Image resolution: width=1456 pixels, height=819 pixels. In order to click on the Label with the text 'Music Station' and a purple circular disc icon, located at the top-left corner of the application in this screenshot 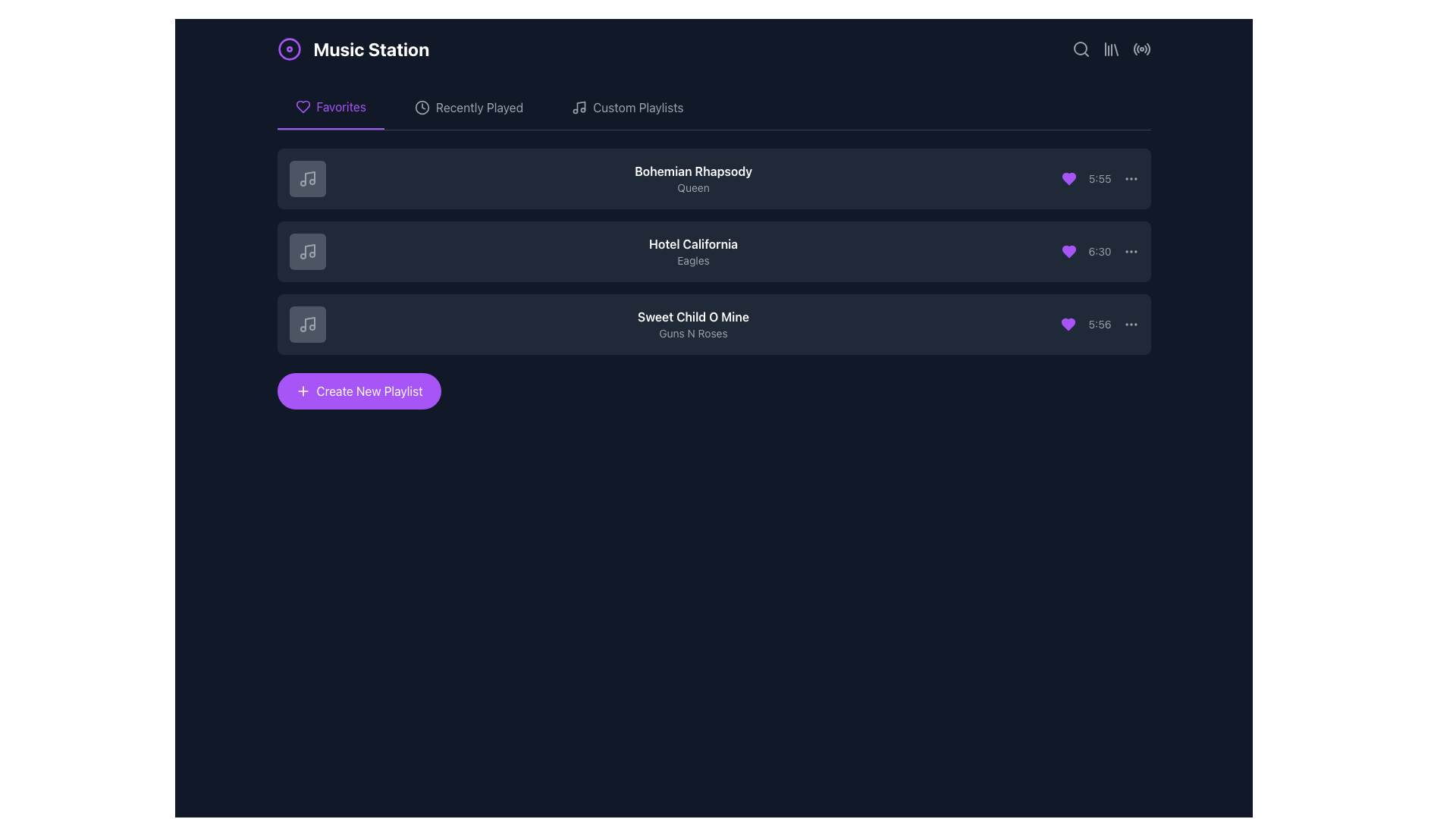, I will do `click(352, 49)`.